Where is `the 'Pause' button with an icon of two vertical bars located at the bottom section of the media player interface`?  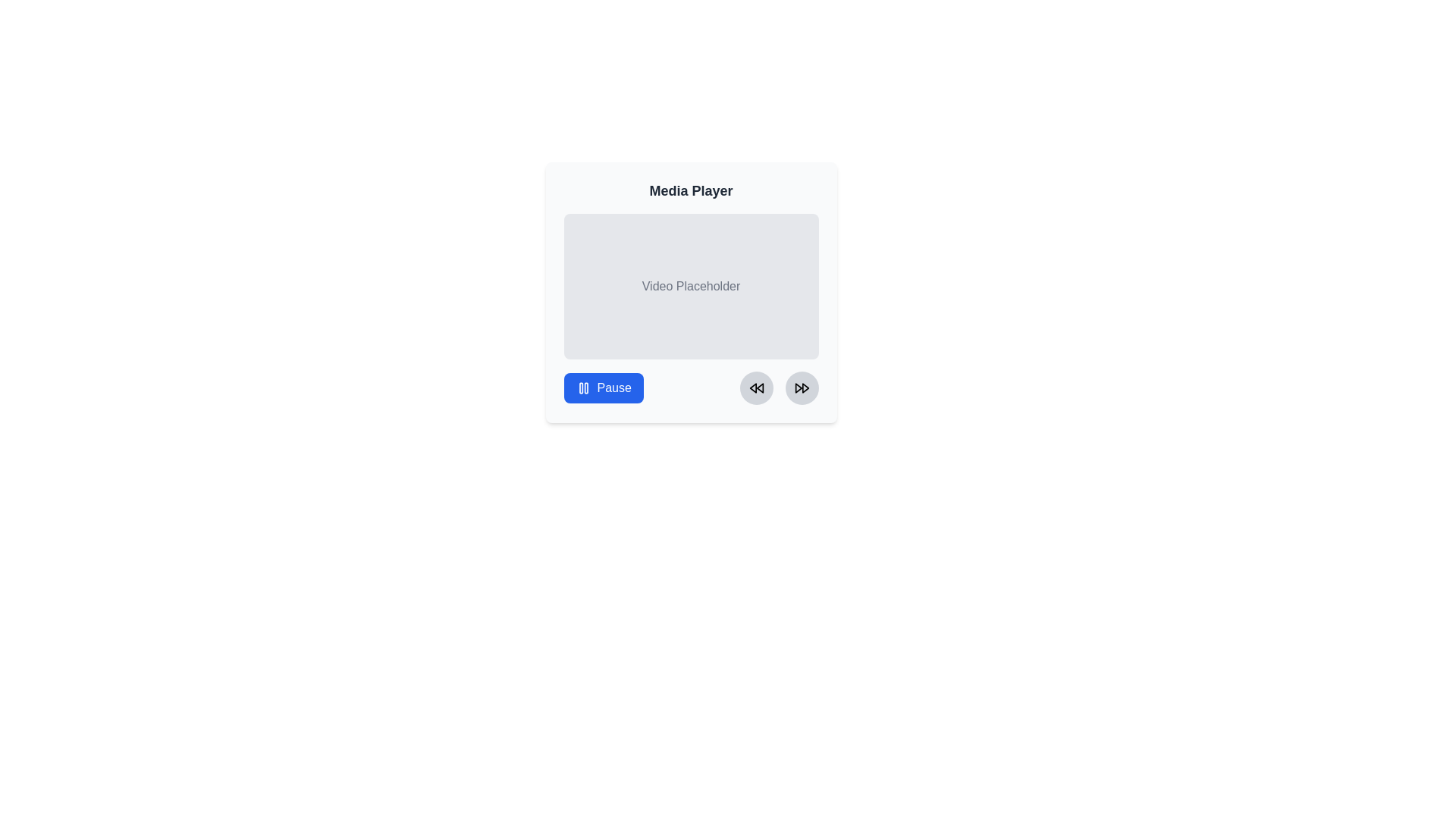 the 'Pause' button with an icon of two vertical bars located at the bottom section of the media player interface is located at coordinates (603, 388).